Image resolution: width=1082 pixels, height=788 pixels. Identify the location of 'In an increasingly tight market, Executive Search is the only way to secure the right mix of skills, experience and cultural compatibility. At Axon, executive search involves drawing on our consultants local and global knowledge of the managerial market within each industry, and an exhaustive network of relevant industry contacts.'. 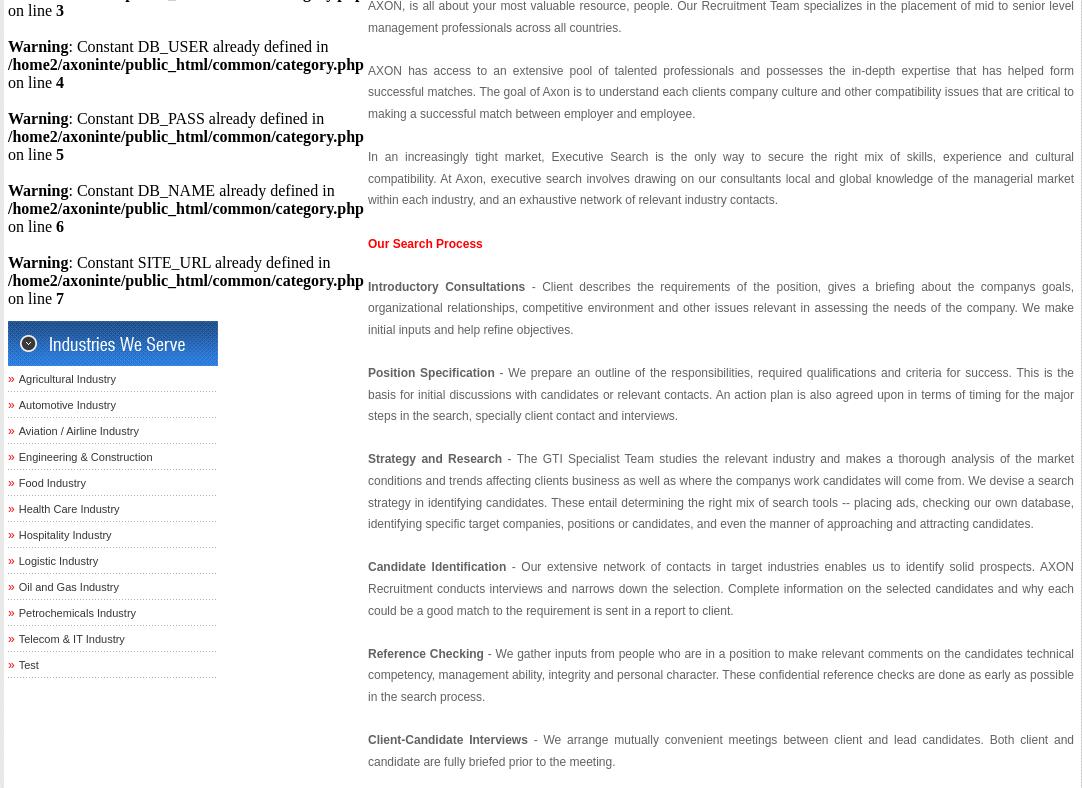
(367, 178).